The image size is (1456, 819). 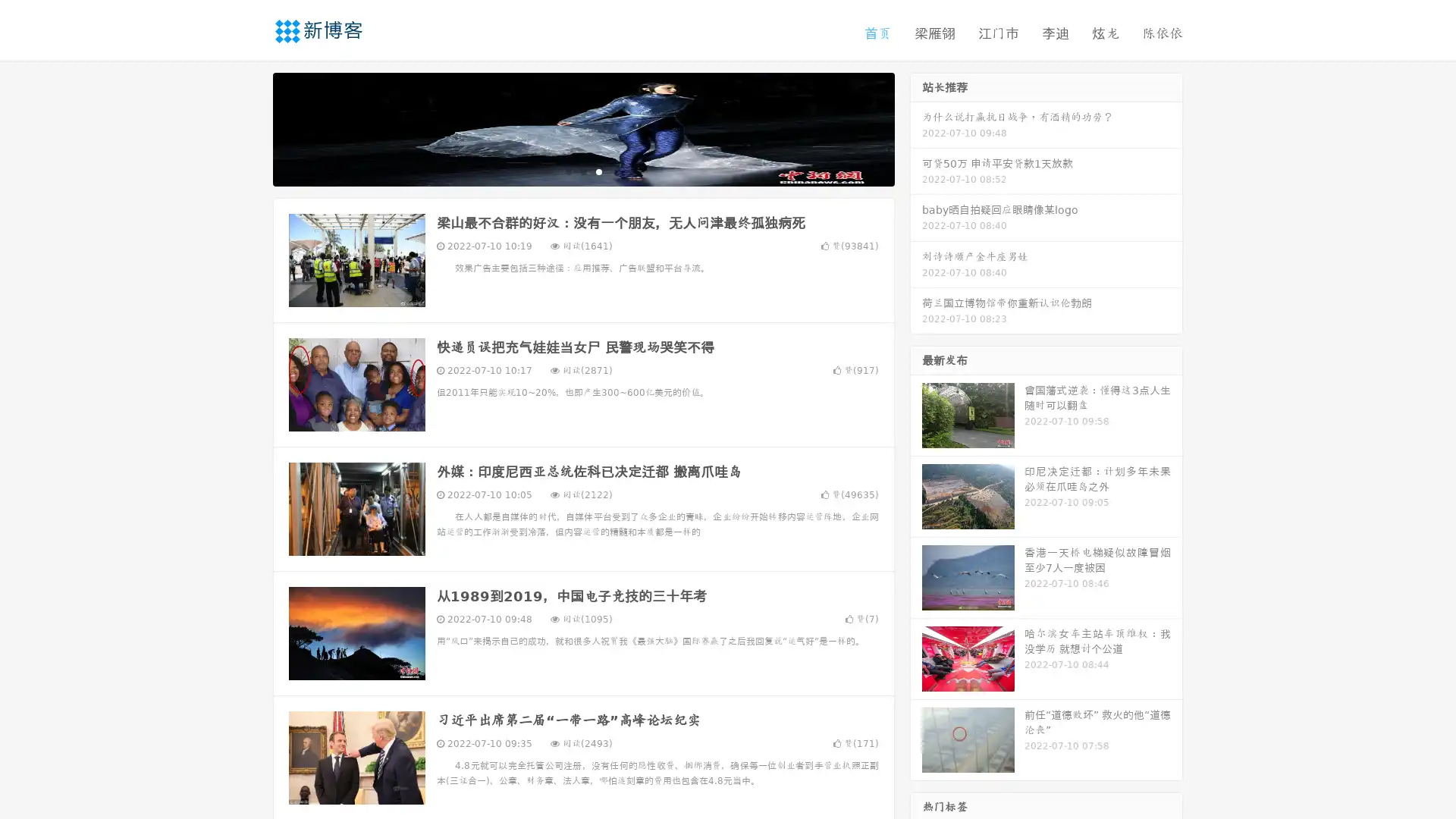 What do you see at coordinates (582, 171) in the screenshot?
I see `Go to slide 2` at bounding box center [582, 171].